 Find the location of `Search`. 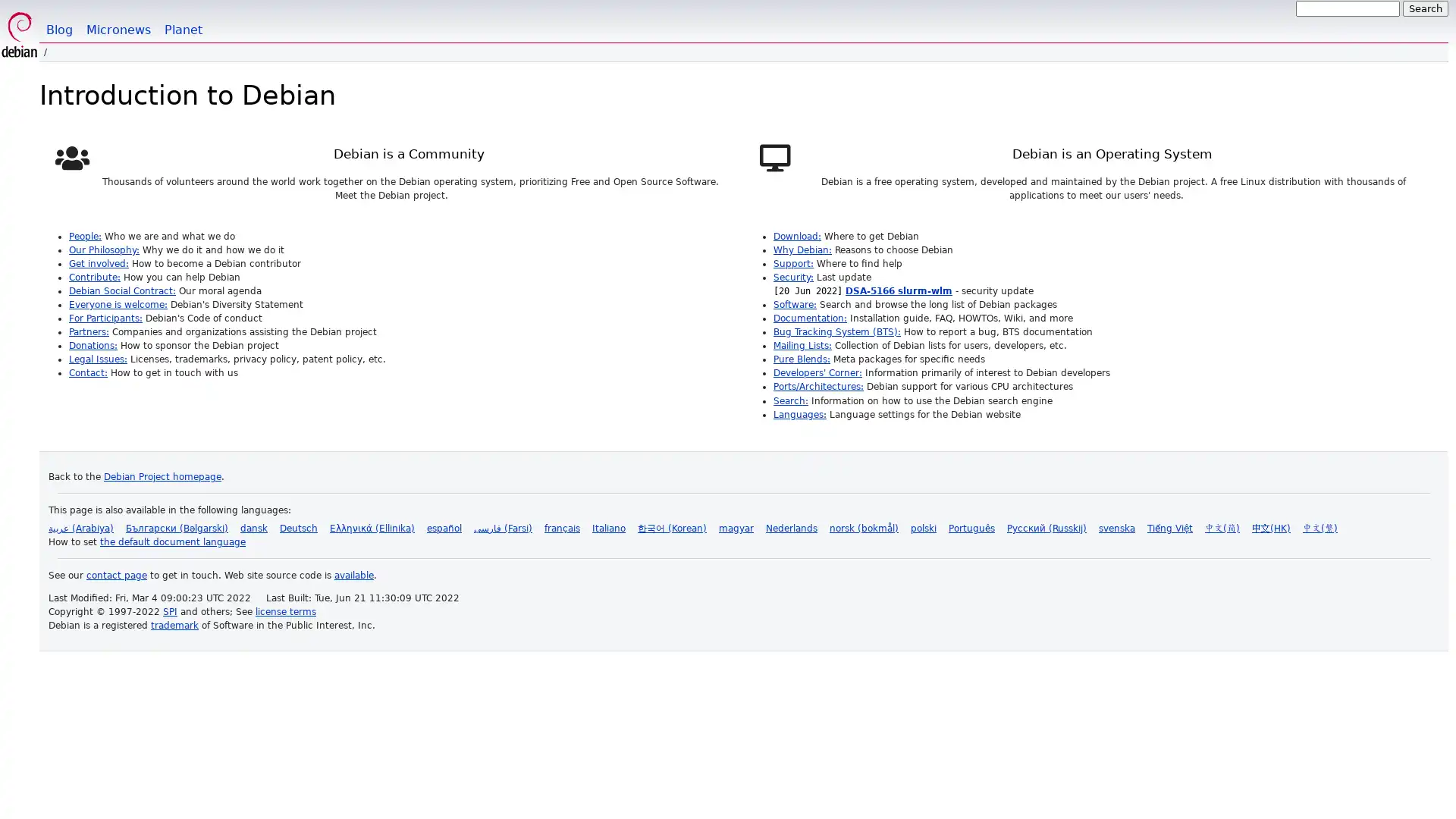

Search is located at coordinates (1425, 8).